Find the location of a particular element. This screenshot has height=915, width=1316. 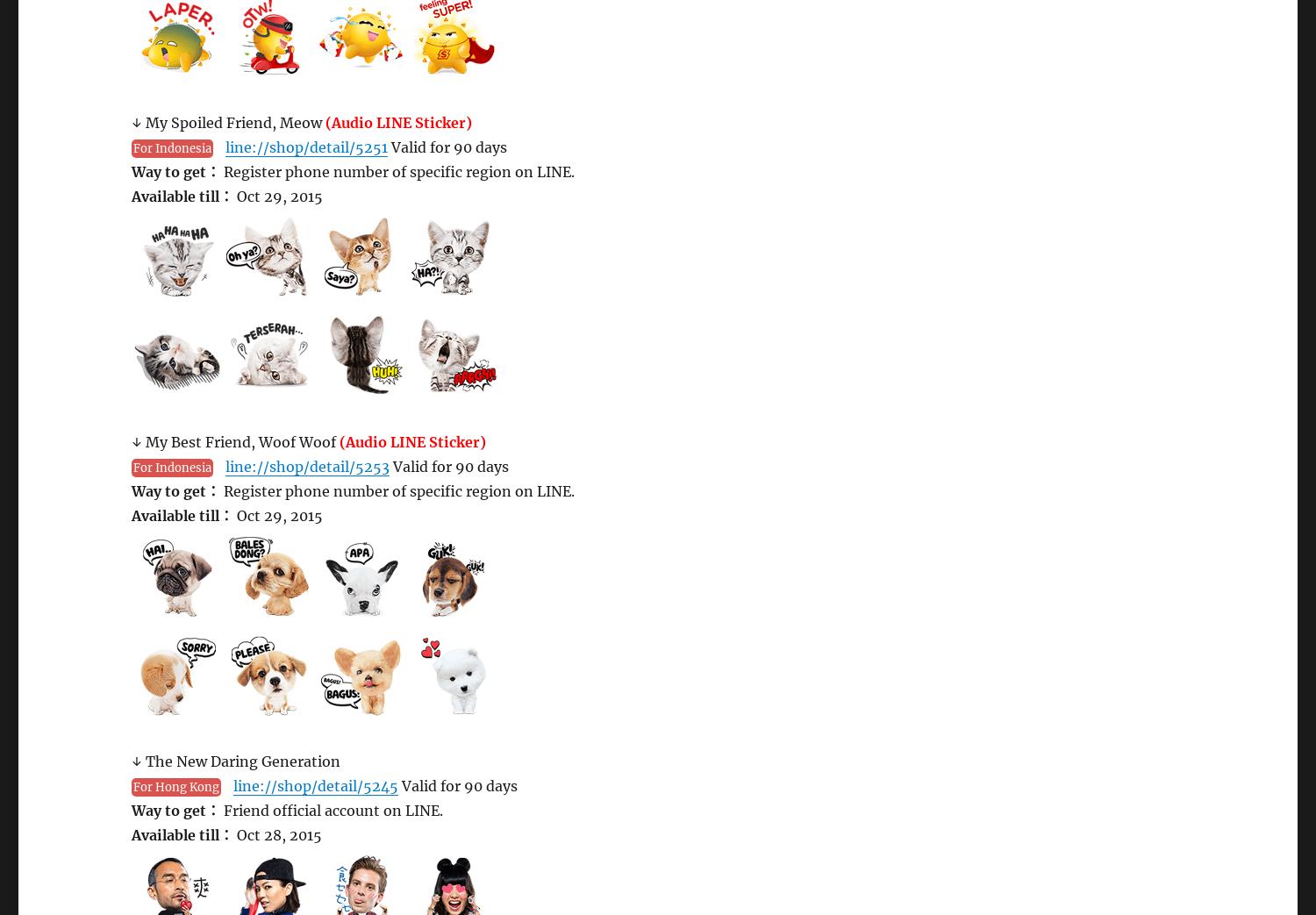

'↓ My Best Friend, Woof Woof' is located at coordinates (235, 440).